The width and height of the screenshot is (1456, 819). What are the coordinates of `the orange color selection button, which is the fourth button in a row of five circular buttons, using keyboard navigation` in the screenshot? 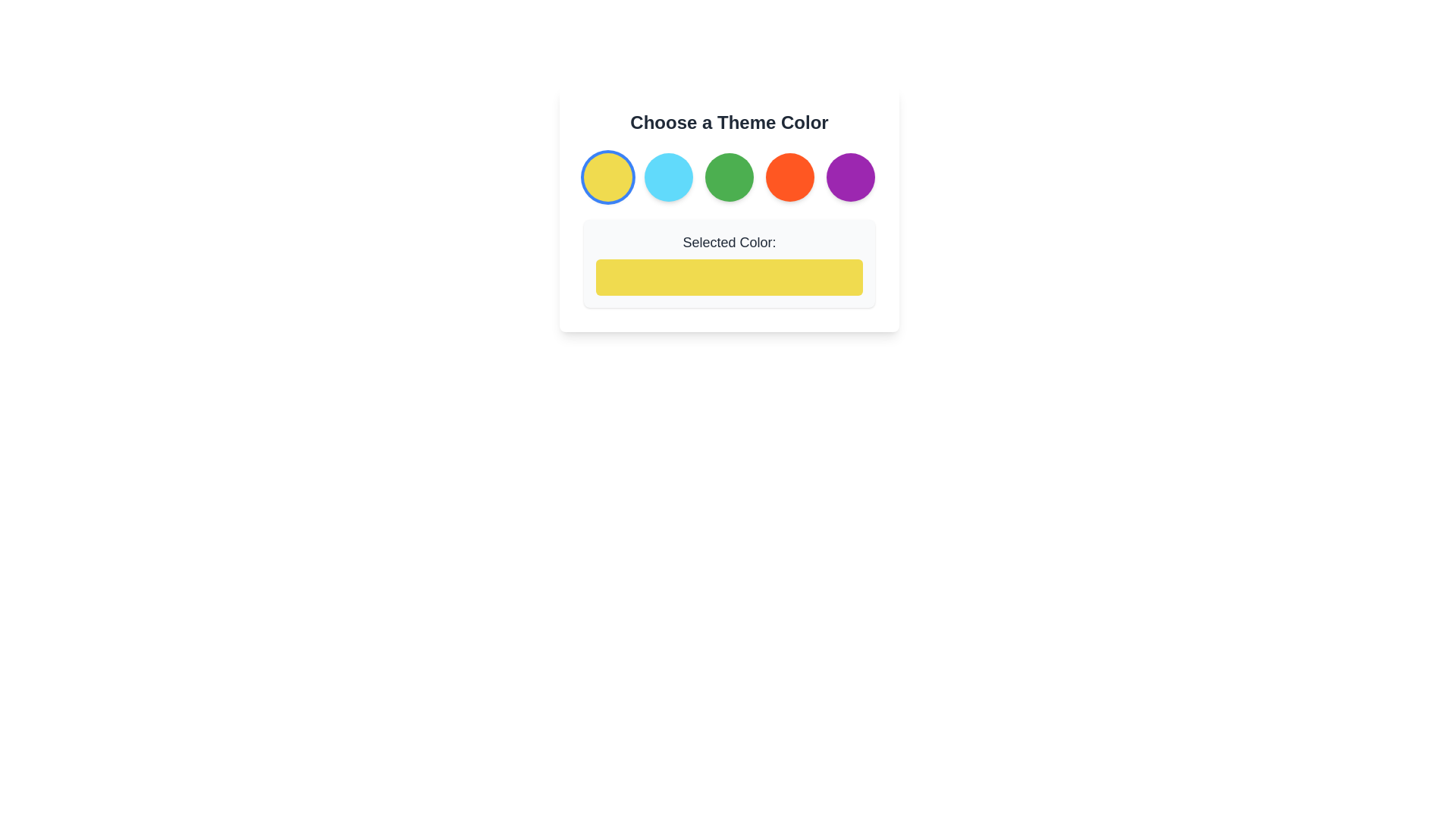 It's located at (789, 177).